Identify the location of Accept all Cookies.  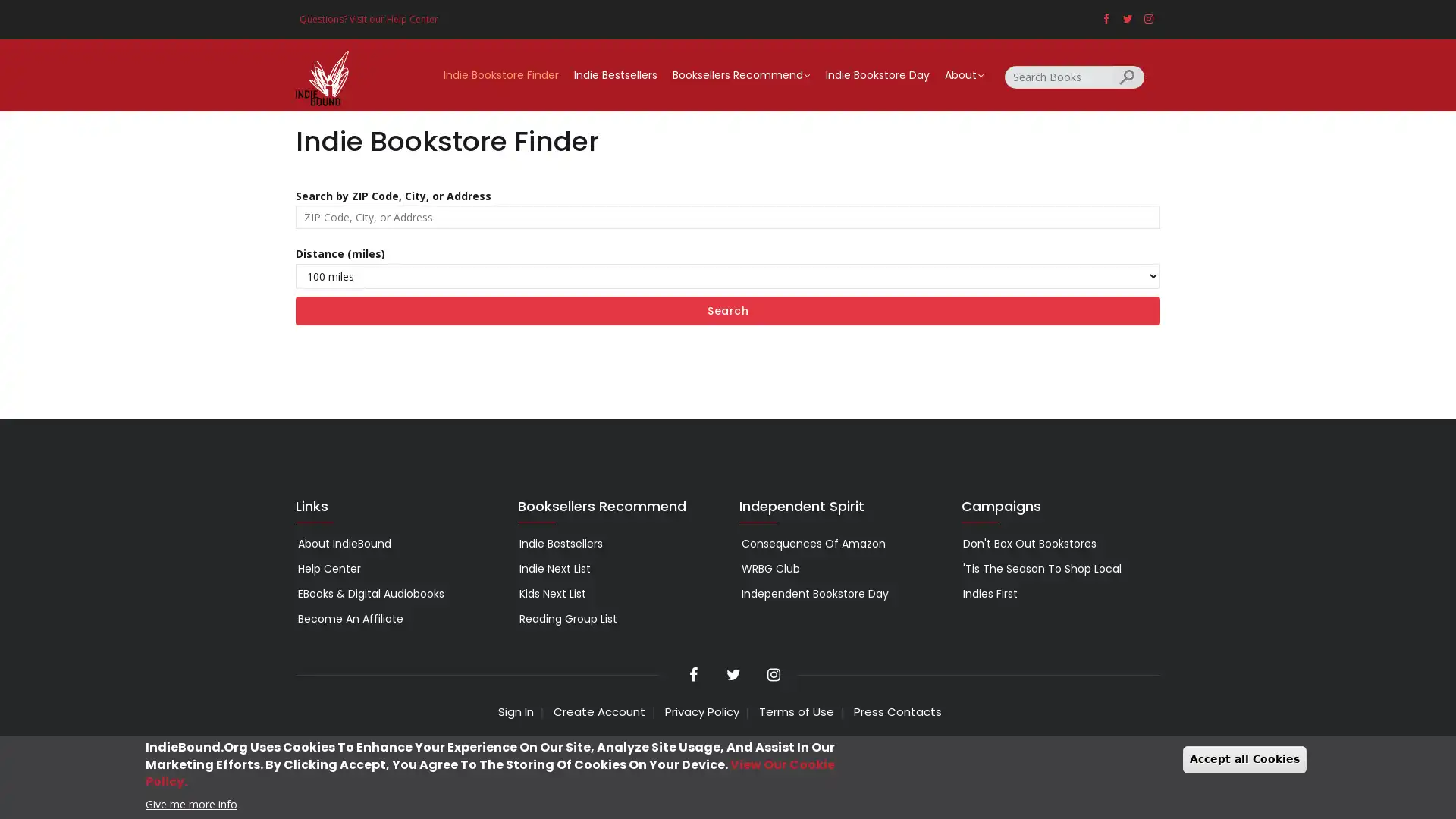
(1244, 759).